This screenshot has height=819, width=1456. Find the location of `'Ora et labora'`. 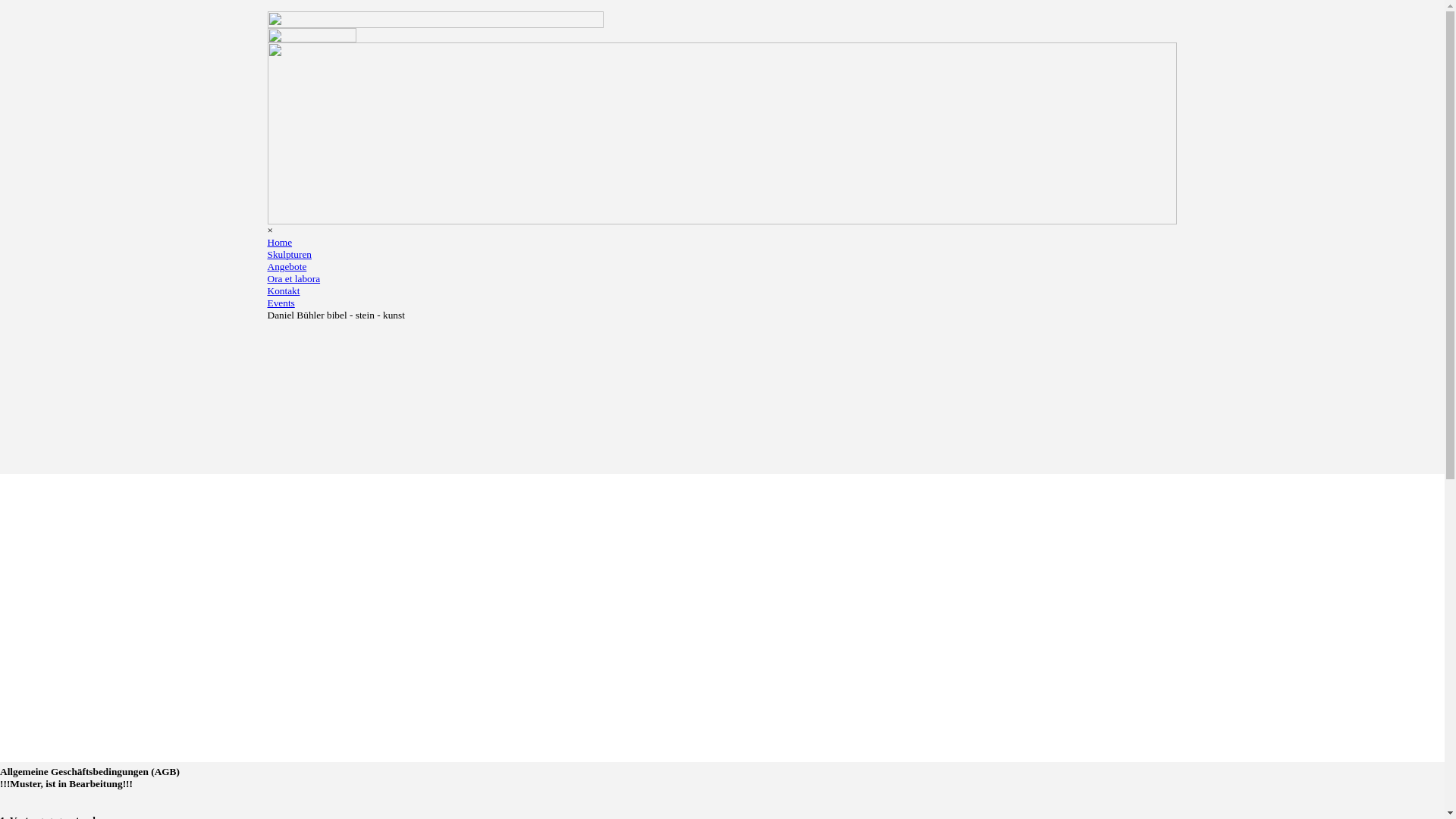

'Ora et labora' is located at coordinates (293, 278).